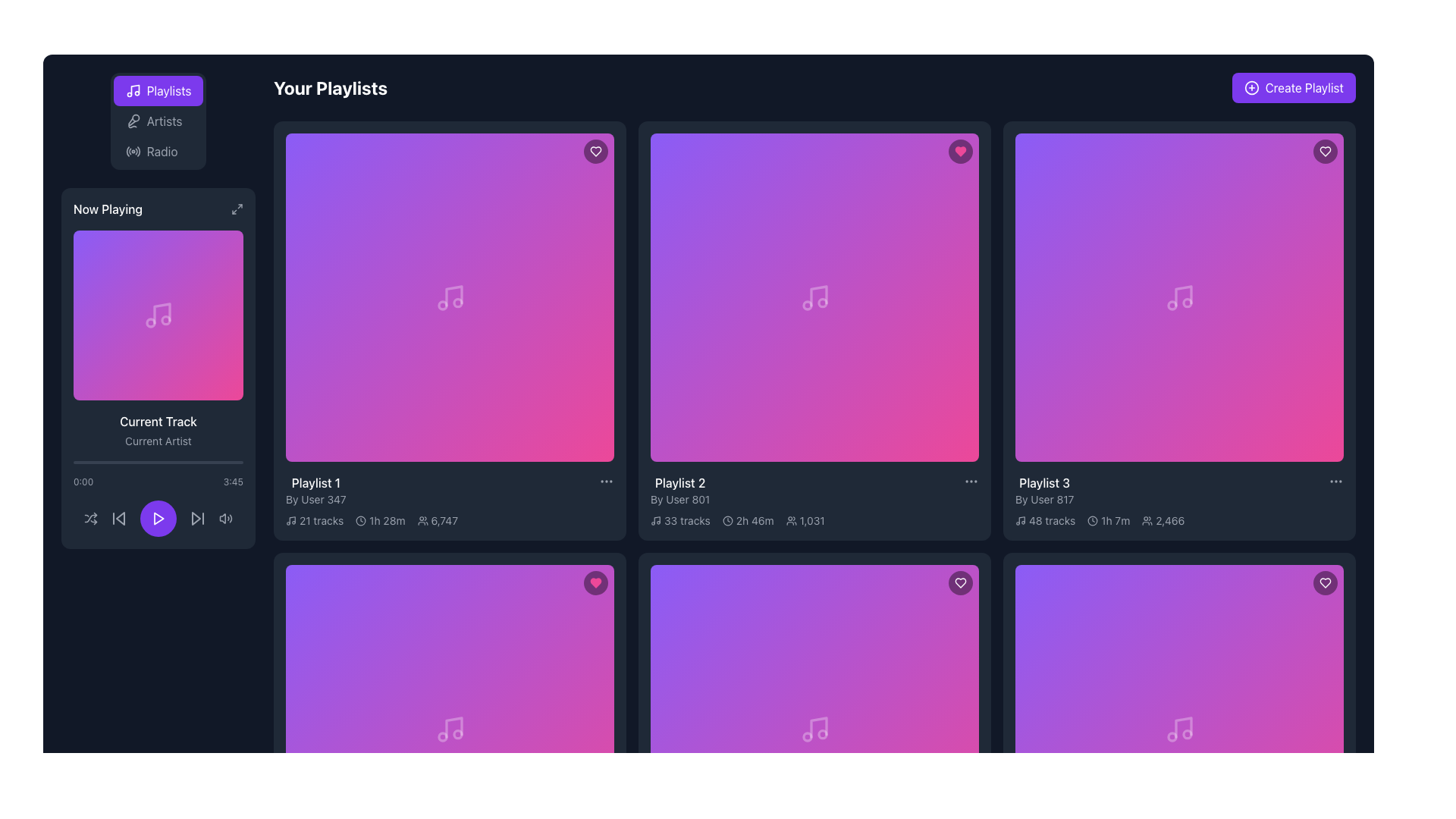 Image resolution: width=1456 pixels, height=819 pixels. I want to click on the music icon, which is an SVG graphic with a note symbol, located to the left of the text '21 tracks' in the details section of the first playlist card, so click(291, 519).